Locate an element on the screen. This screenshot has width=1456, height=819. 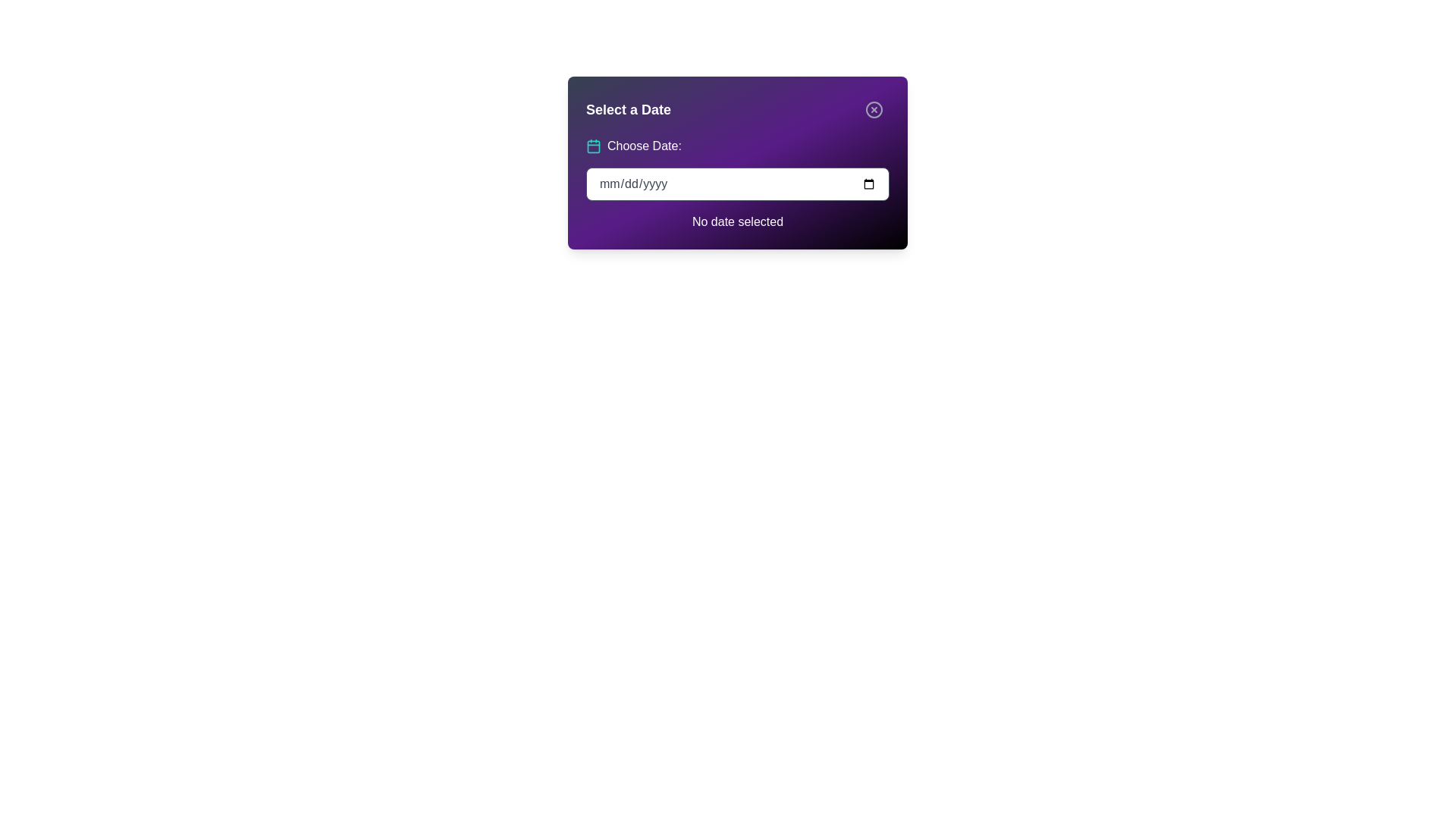
the 'Close' button located in the upper-right corner of the modal with a purple background to observe a style change is located at coordinates (874, 109).